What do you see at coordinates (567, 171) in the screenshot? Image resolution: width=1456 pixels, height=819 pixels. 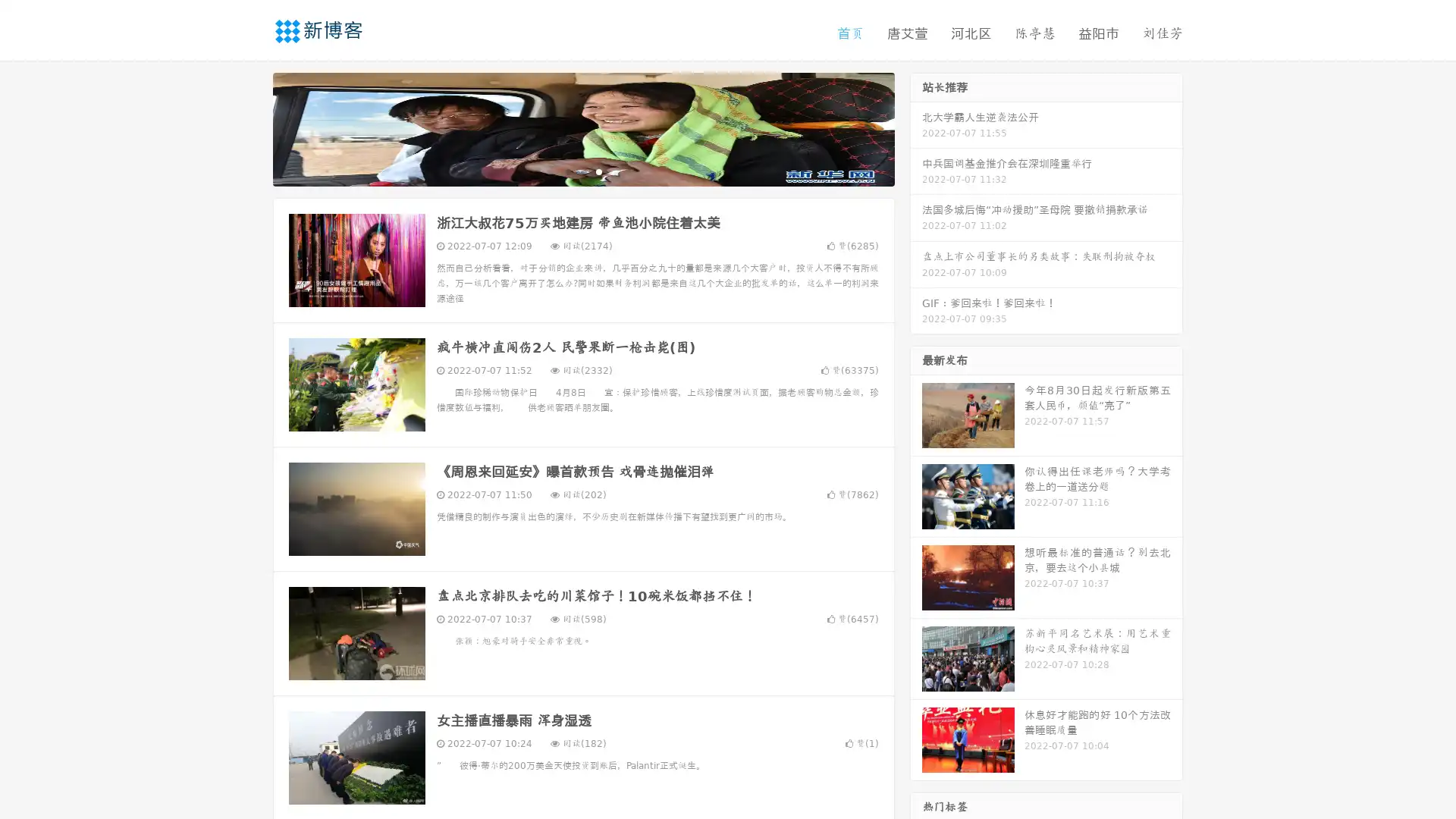 I see `Go to slide 1` at bounding box center [567, 171].